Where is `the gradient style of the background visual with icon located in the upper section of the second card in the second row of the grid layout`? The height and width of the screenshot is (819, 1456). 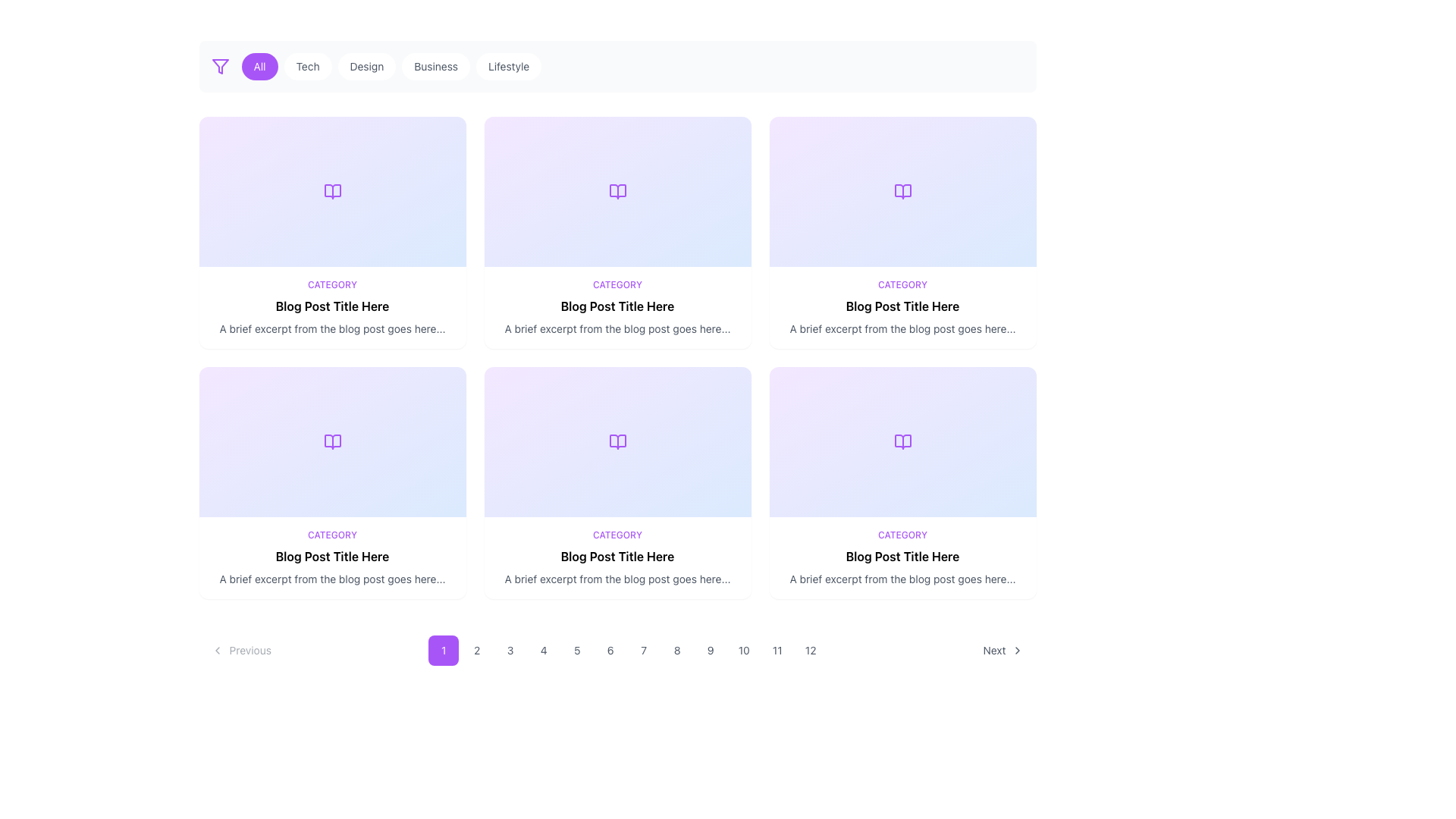
the gradient style of the background visual with icon located in the upper section of the second card in the second row of the grid layout is located at coordinates (331, 441).